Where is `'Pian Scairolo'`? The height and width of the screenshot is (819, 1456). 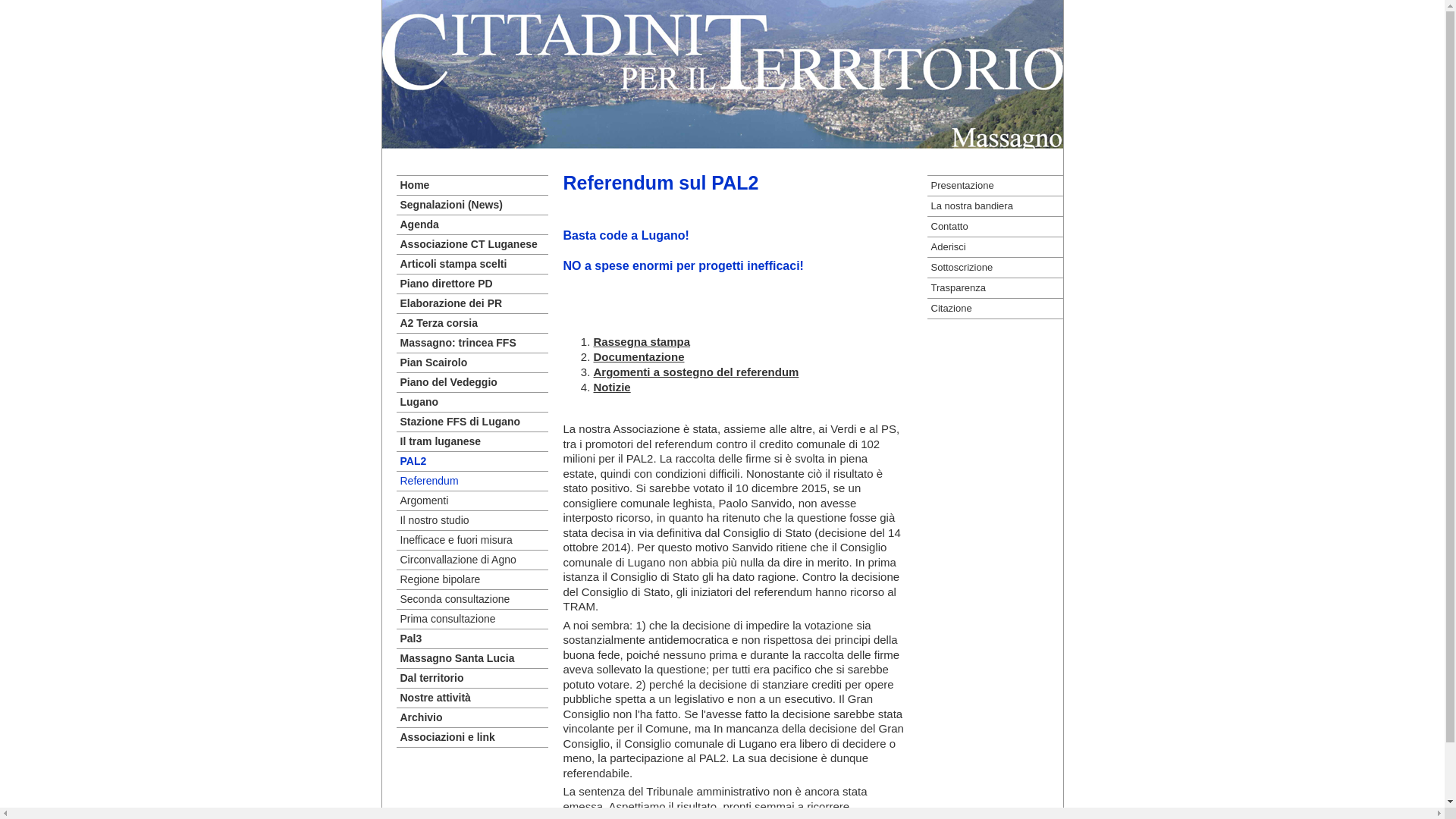
'Pian Scairolo' is located at coordinates (471, 362).